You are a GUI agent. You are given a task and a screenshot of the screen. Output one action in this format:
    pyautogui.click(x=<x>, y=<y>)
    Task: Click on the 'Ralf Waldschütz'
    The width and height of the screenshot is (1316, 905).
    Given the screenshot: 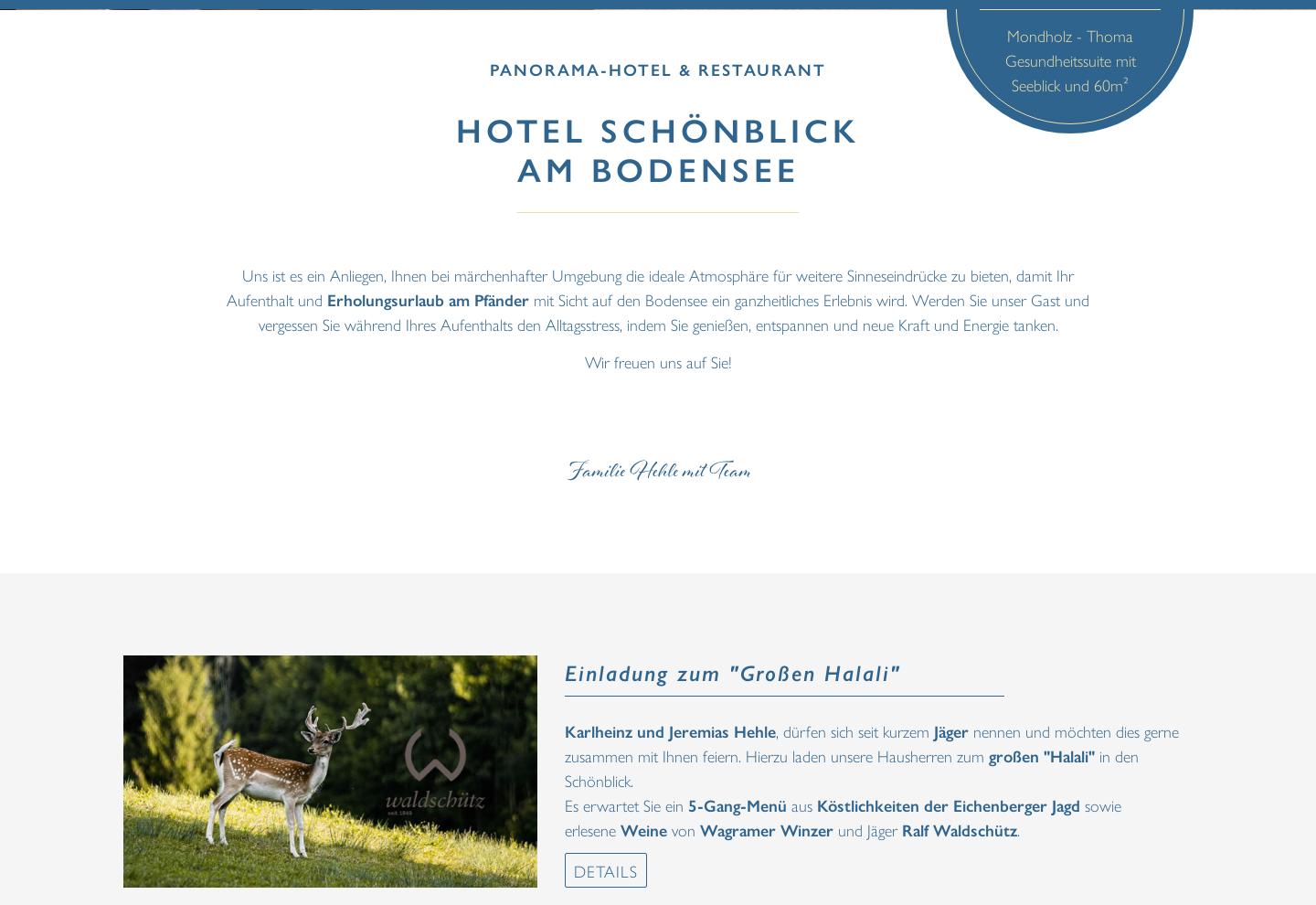 What is the action you would take?
    pyautogui.click(x=960, y=827)
    